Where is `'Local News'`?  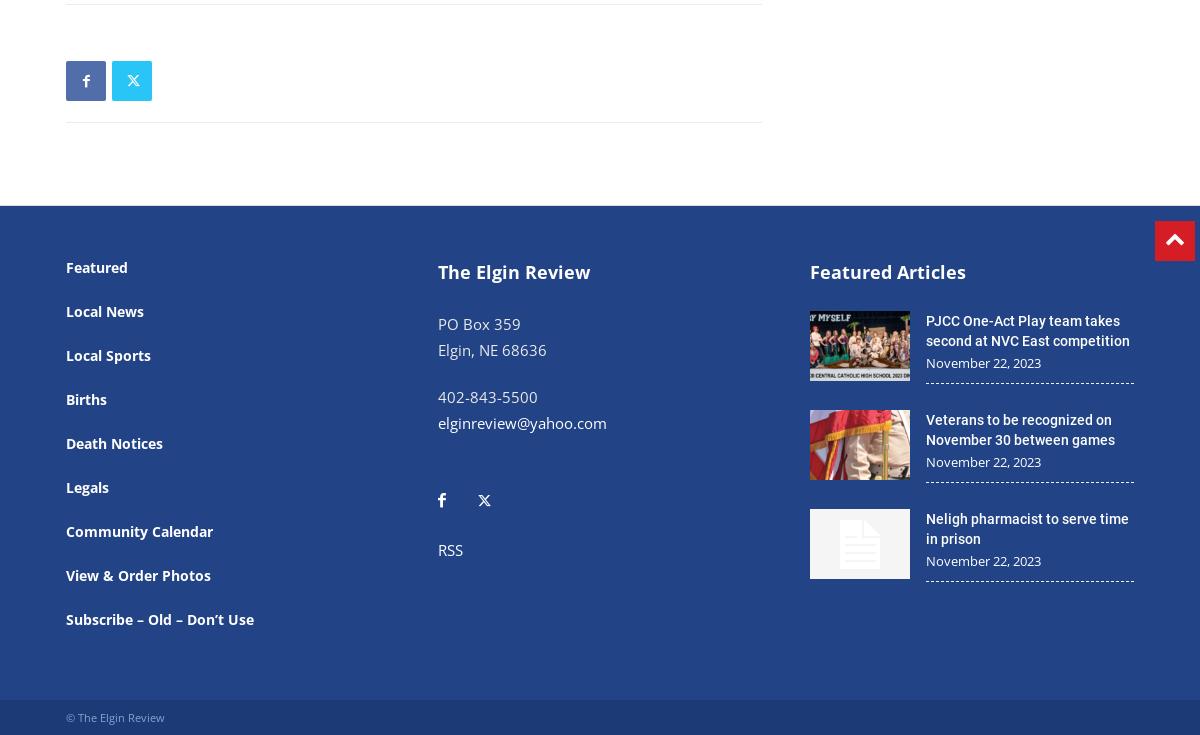
'Local News' is located at coordinates (66, 311).